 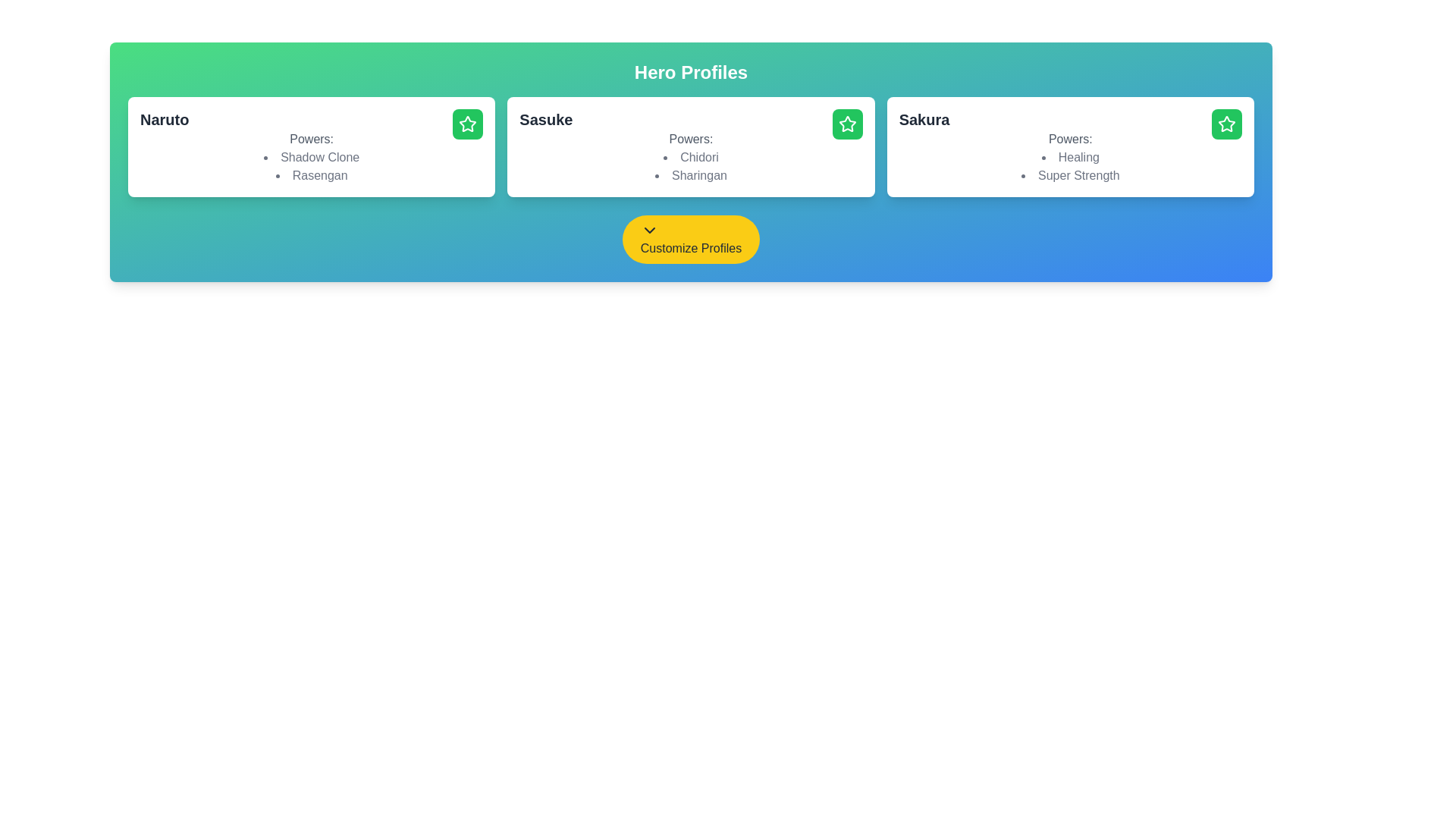 What do you see at coordinates (467, 124) in the screenshot?
I see `the button in the top-right corner of the 'Naruto' card to mark the content as favorite` at bounding box center [467, 124].